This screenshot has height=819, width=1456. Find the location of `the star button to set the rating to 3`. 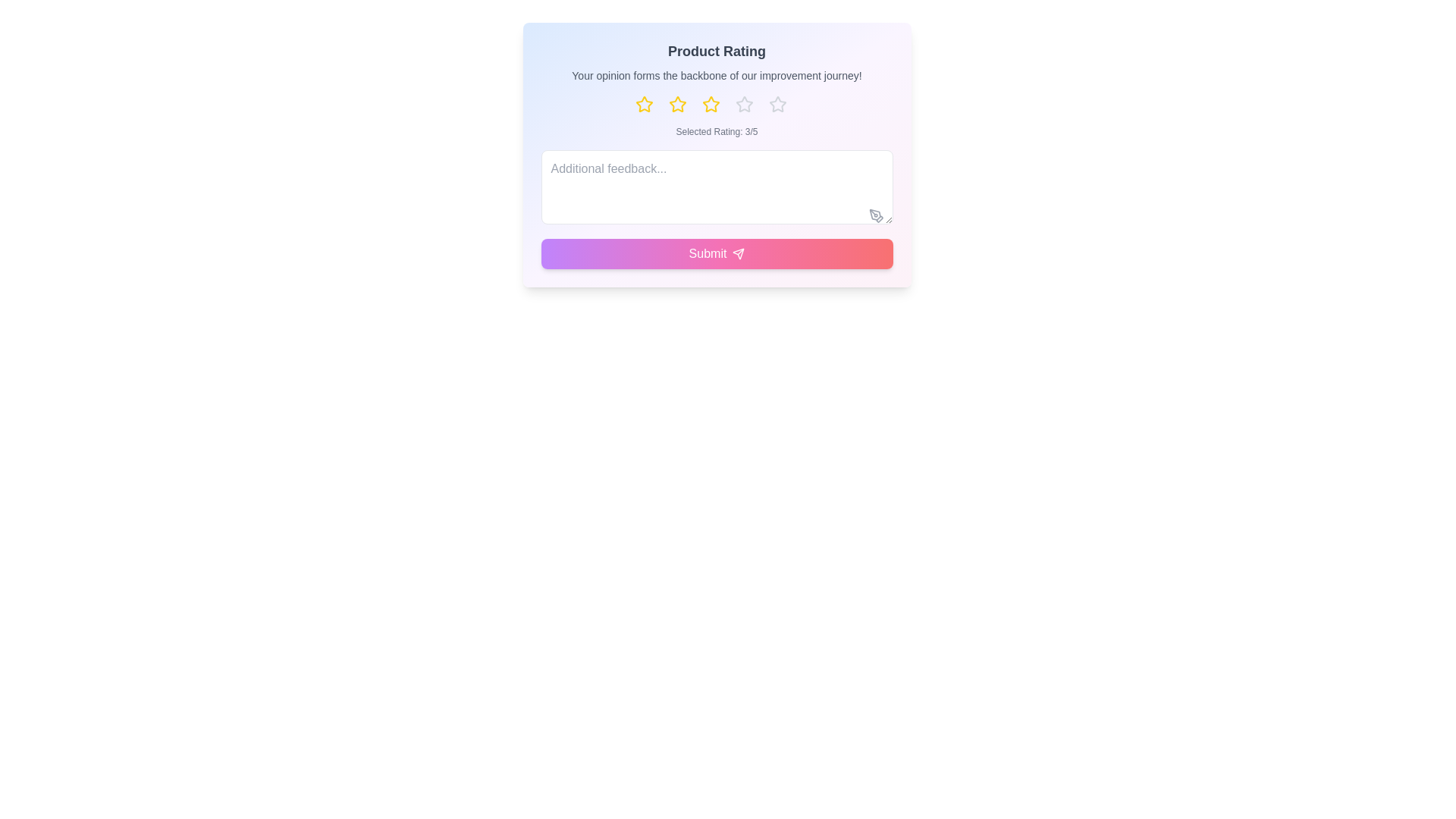

the star button to set the rating to 3 is located at coordinates (716, 104).